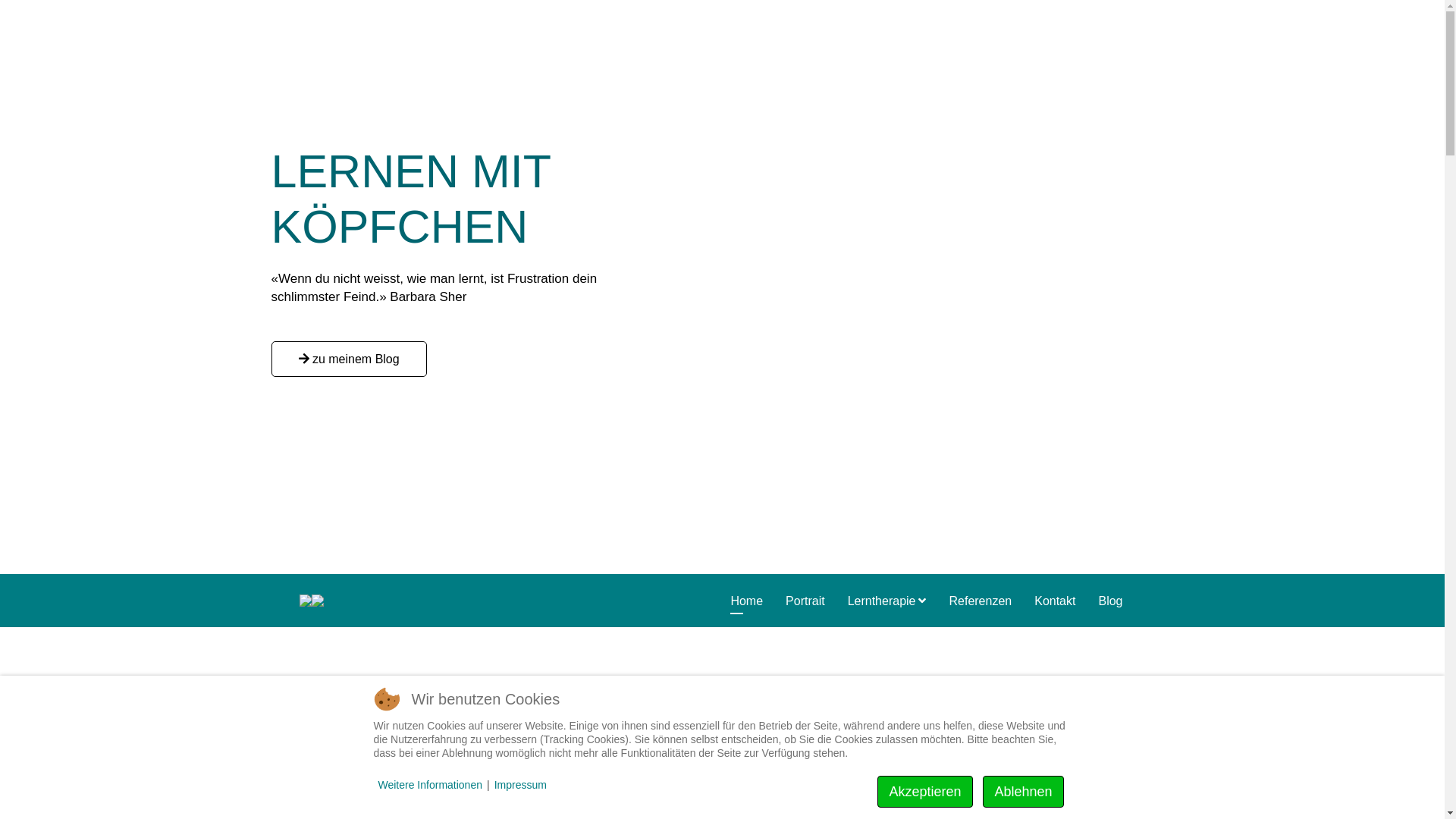  Describe the element at coordinates (1110, 601) in the screenshot. I see `'Blog'` at that location.